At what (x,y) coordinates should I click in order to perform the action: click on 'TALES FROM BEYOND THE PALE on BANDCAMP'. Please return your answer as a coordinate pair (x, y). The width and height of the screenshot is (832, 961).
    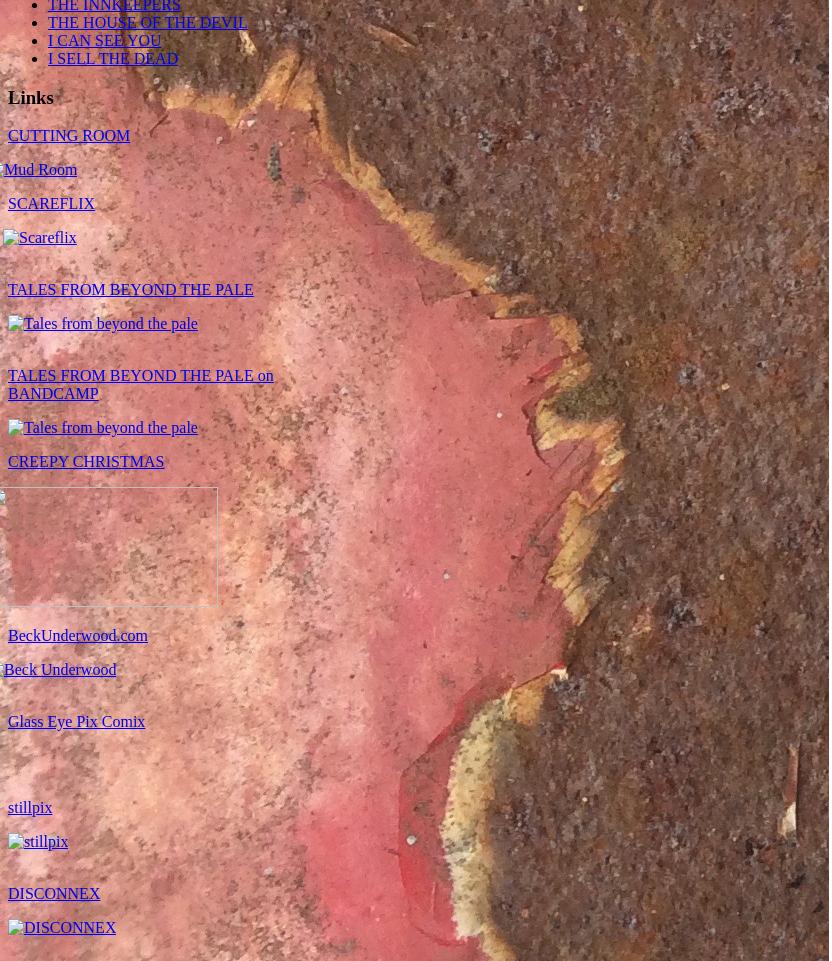
    Looking at the image, I should click on (140, 384).